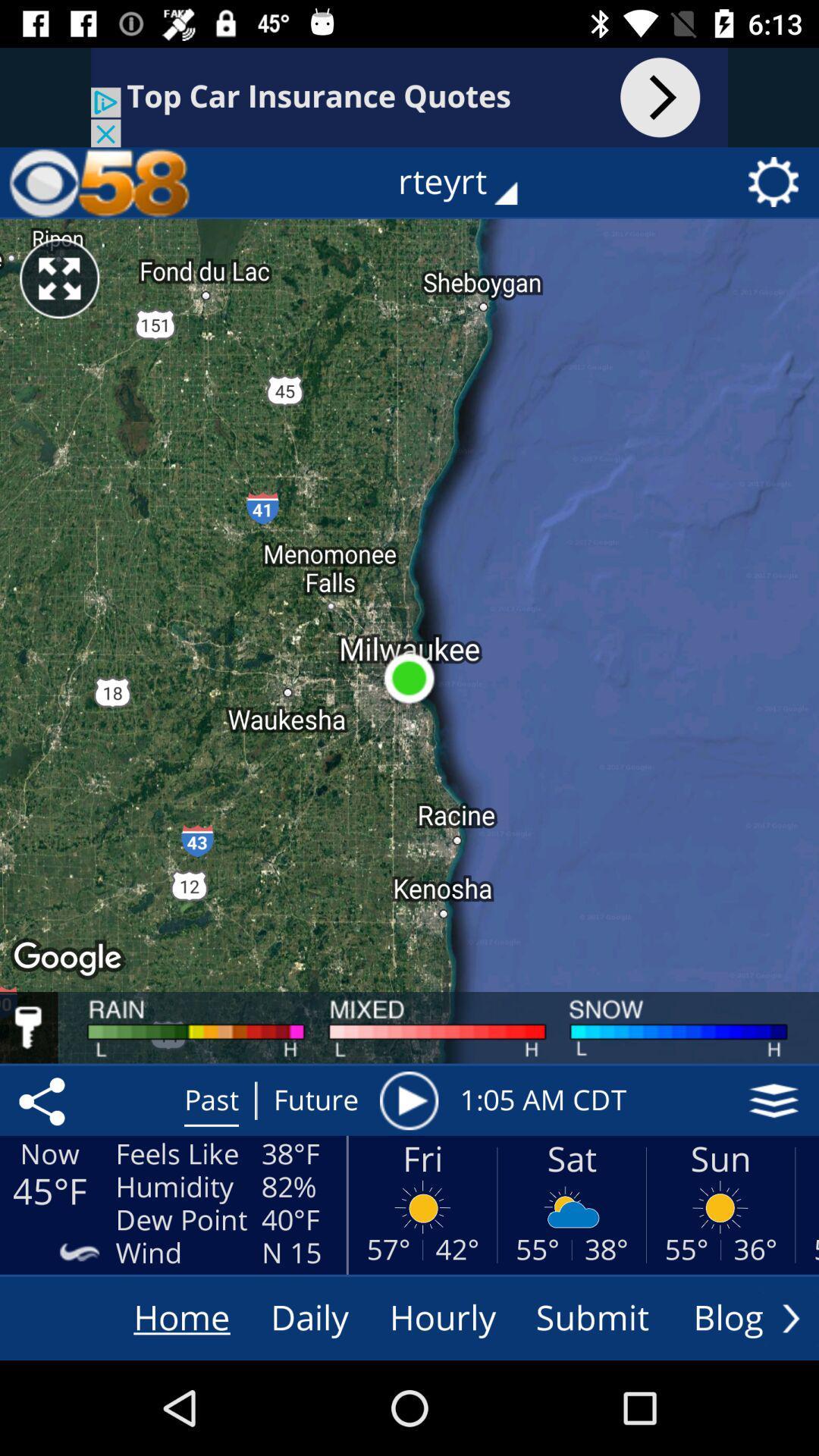  What do you see at coordinates (790, 1317) in the screenshot?
I see `the arrow_forward icon` at bounding box center [790, 1317].